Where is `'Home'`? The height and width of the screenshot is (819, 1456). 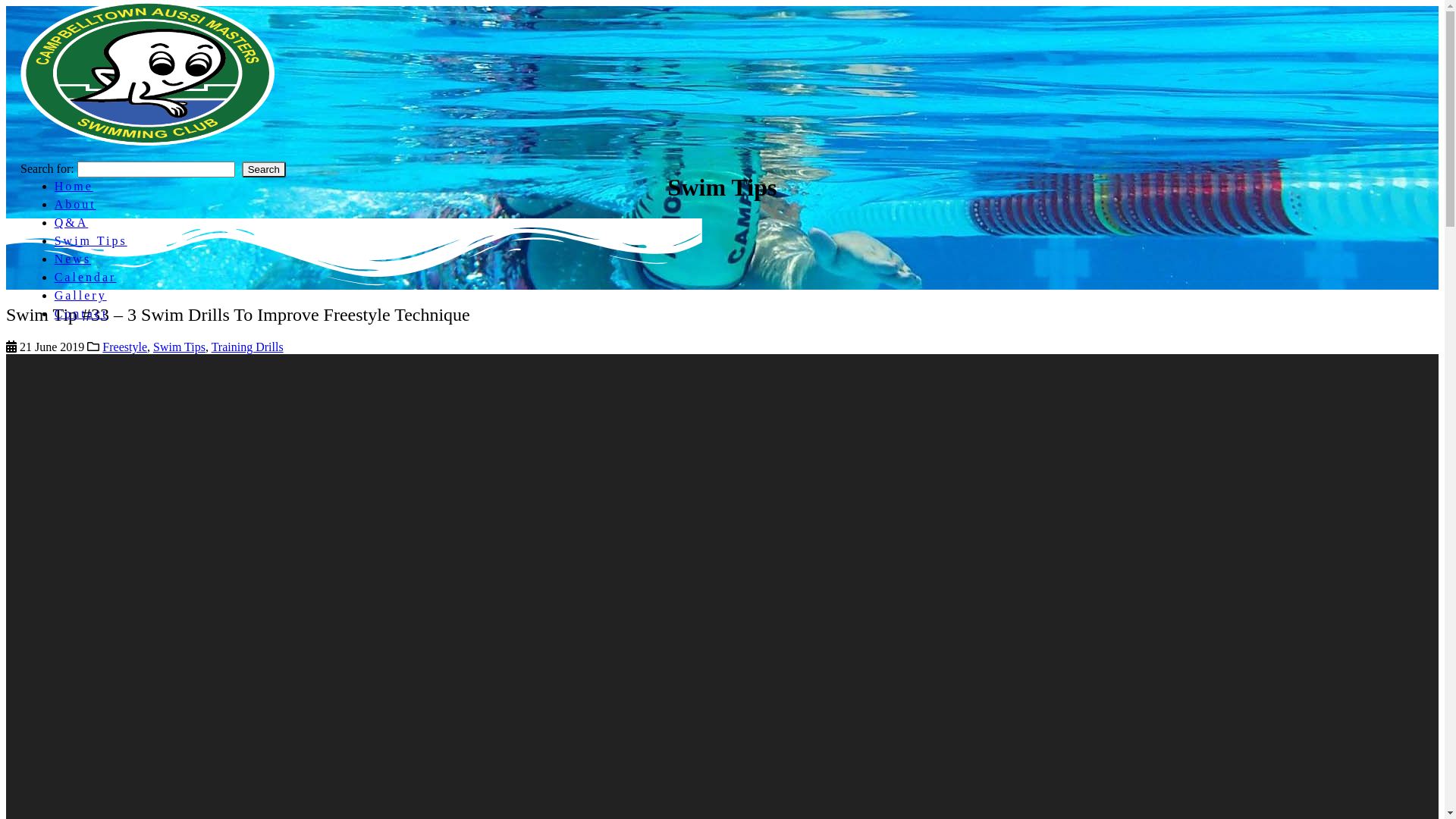
'Home' is located at coordinates (55, 185).